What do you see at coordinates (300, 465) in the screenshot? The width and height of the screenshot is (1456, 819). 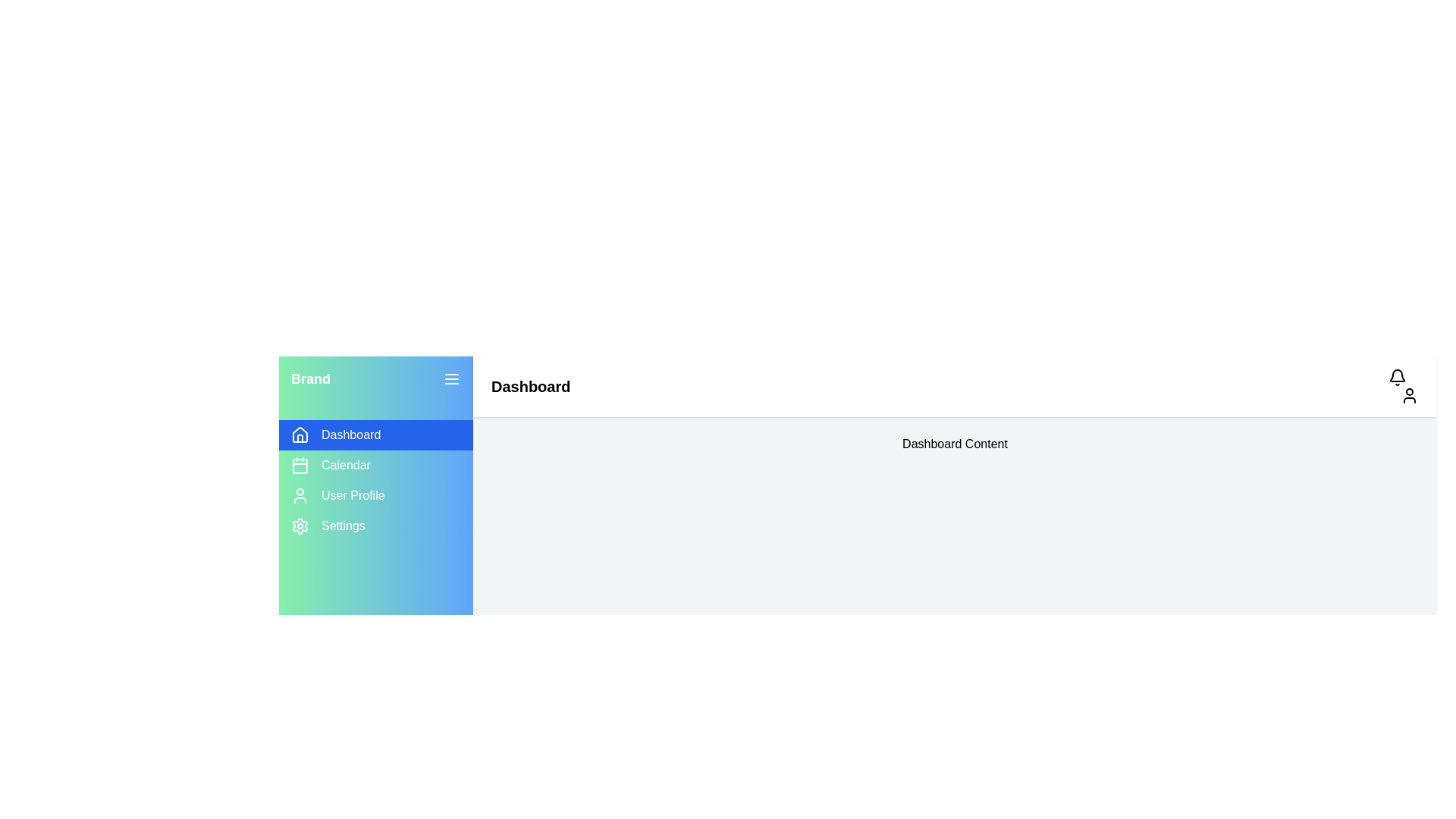 I see `the rectangular graphical component with rounded corners that represents the 'Calendar' option in the left sidebar navigation menu, located below the 'Dashboard' and above the 'User Profile'` at bounding box center [300, 465].